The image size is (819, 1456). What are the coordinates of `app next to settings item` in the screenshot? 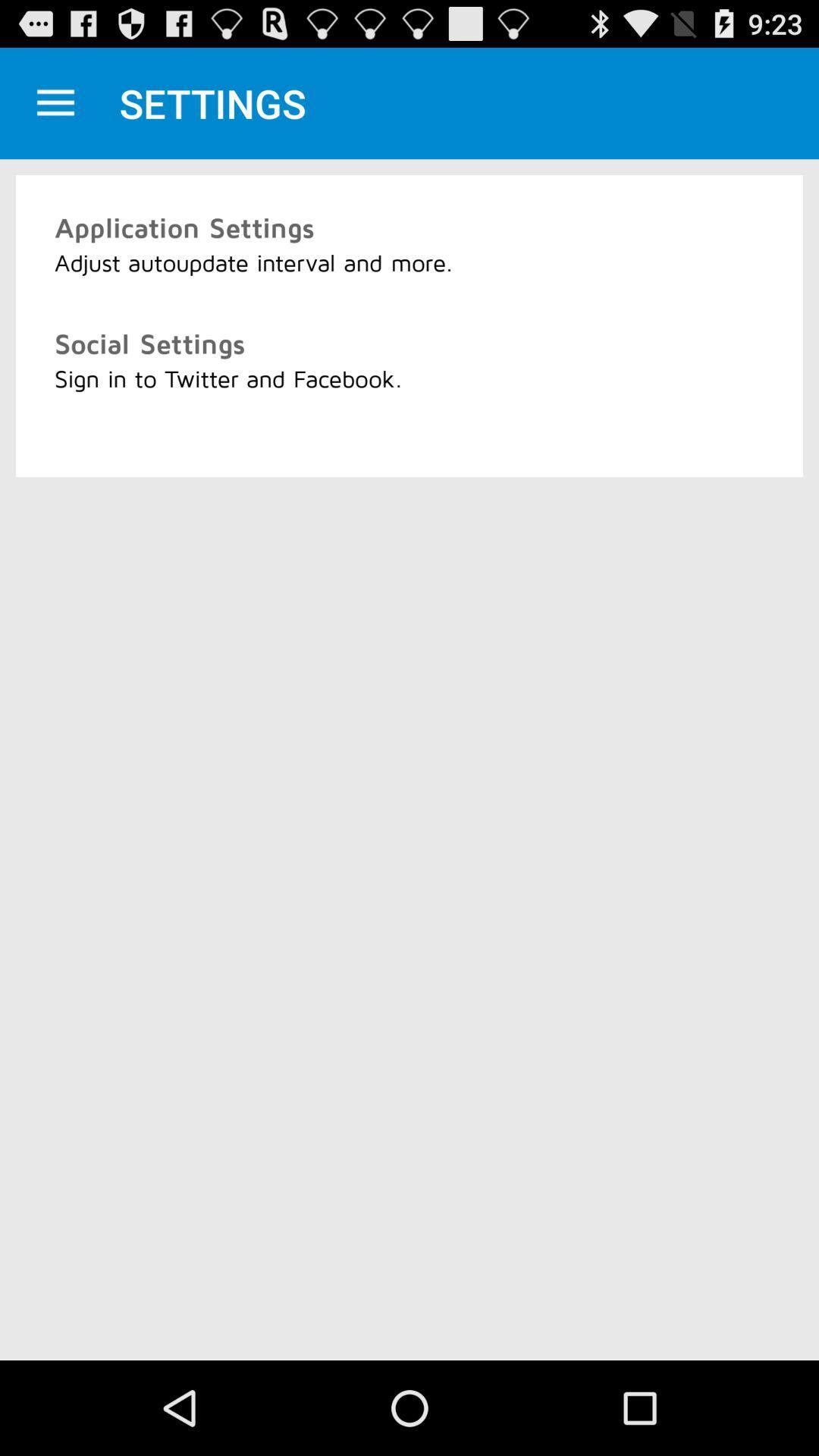 It's located at (55, 102).